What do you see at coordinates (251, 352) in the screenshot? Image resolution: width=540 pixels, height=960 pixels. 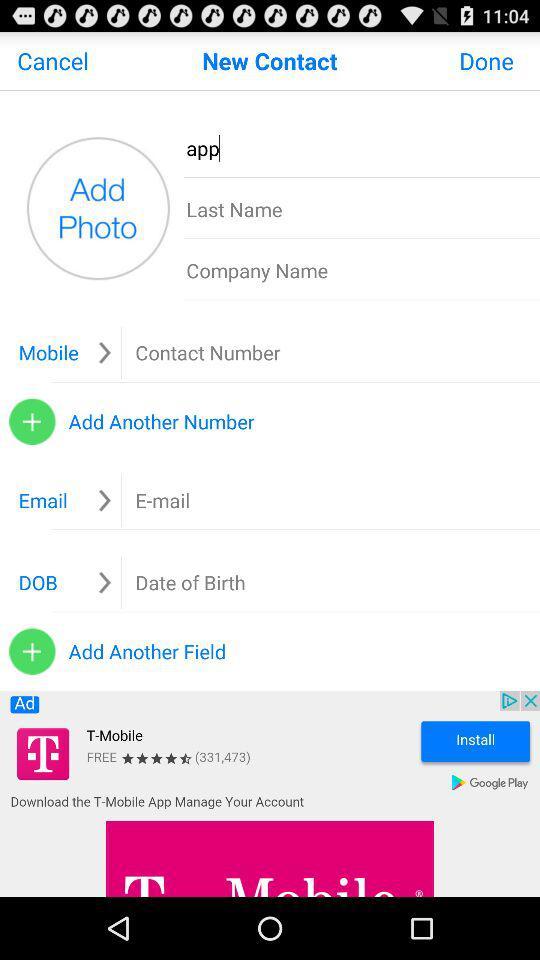 I see `ender contact number box` at bounding box center [251, 352].